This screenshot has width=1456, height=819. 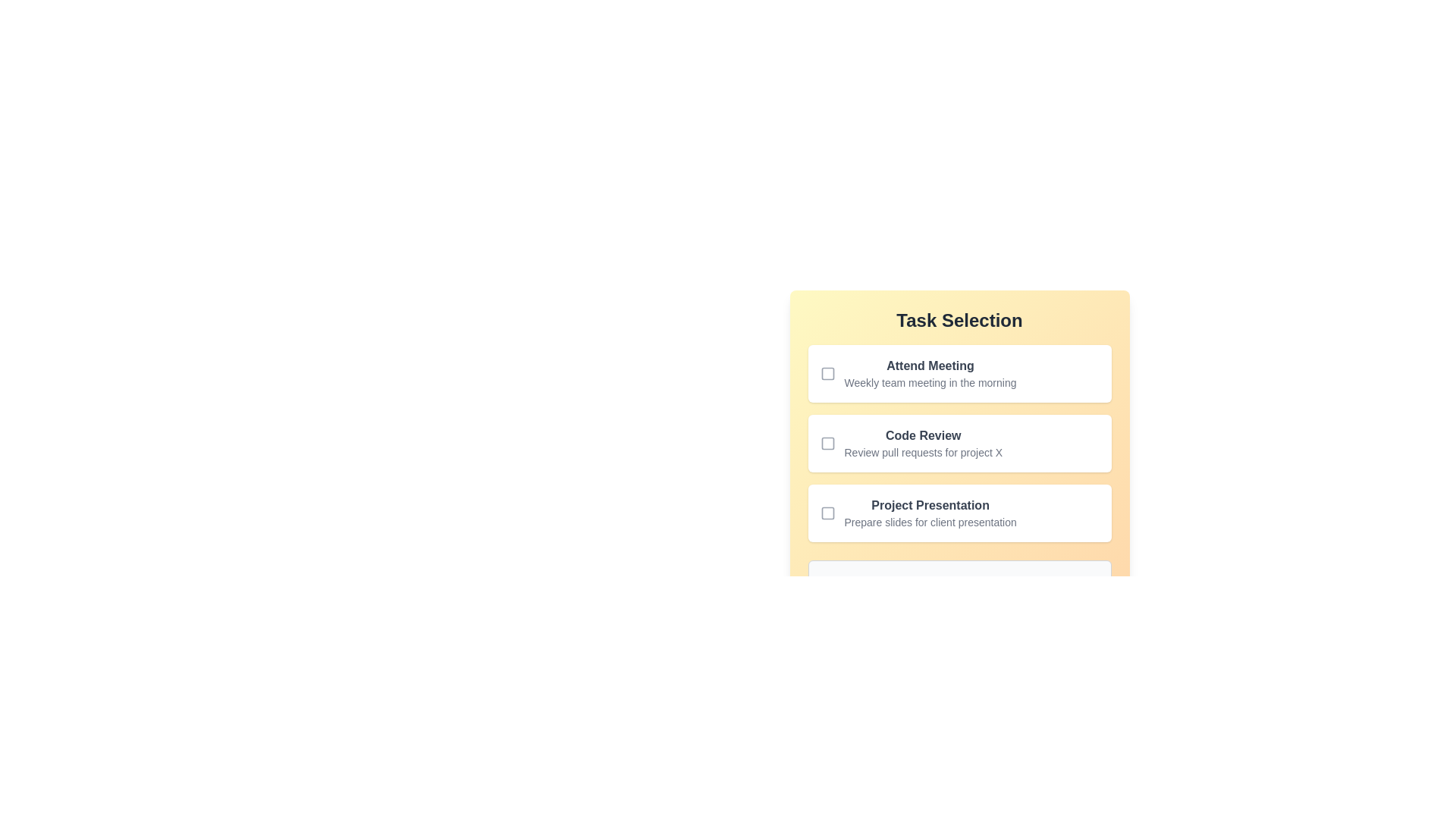 What do you see at coordinates (827, 444) in the screenshot?
I see `the small square icon with a gray outline, located to the left of the text 'Code Review' in the second list item of the task selection section` at bounding box center [827, 444].